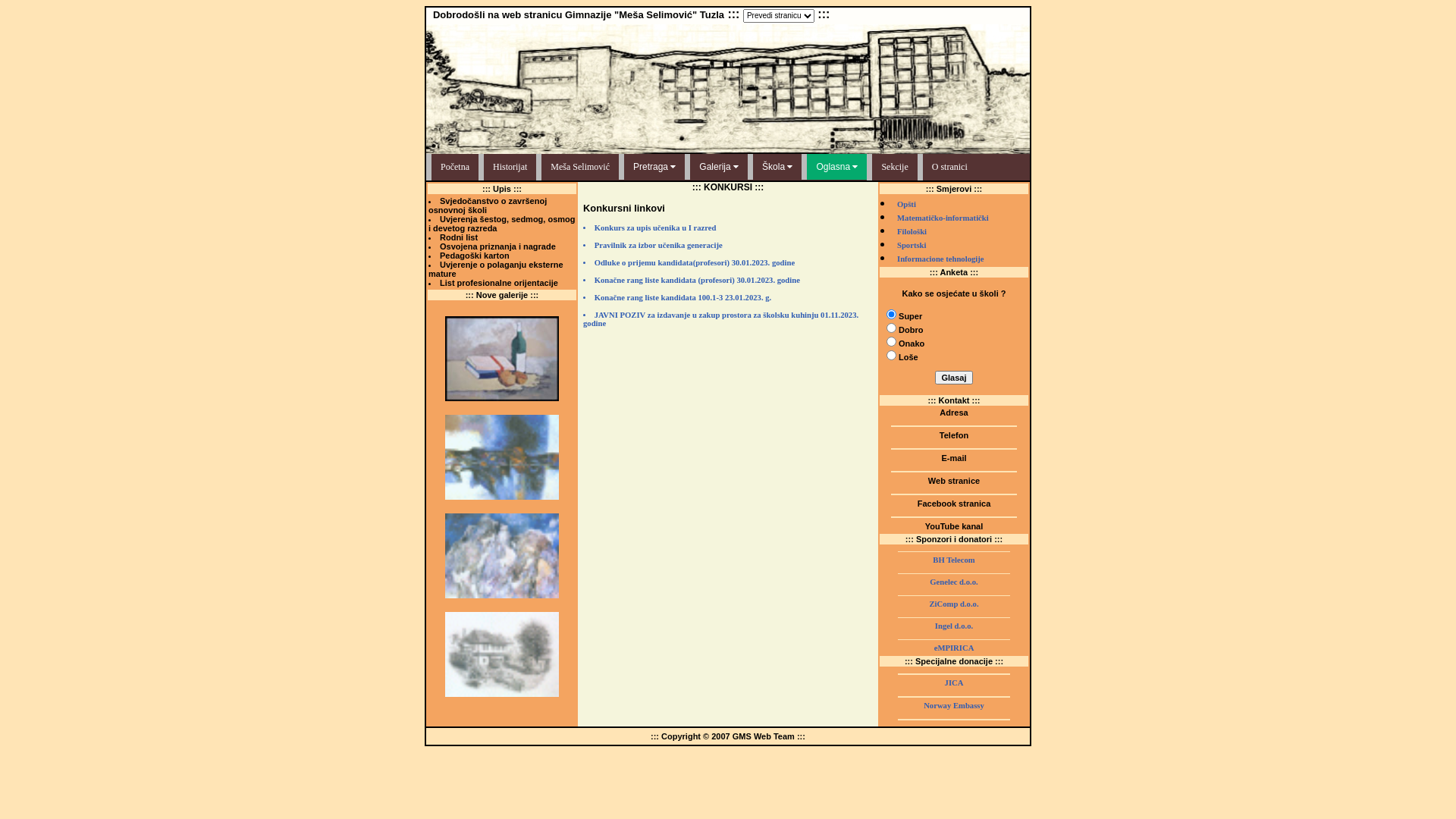 This screenshot has width=1456, height=819. Describe the element at coordinates (718, 166) in the screenshot. I see `'Galerija'` at that location.